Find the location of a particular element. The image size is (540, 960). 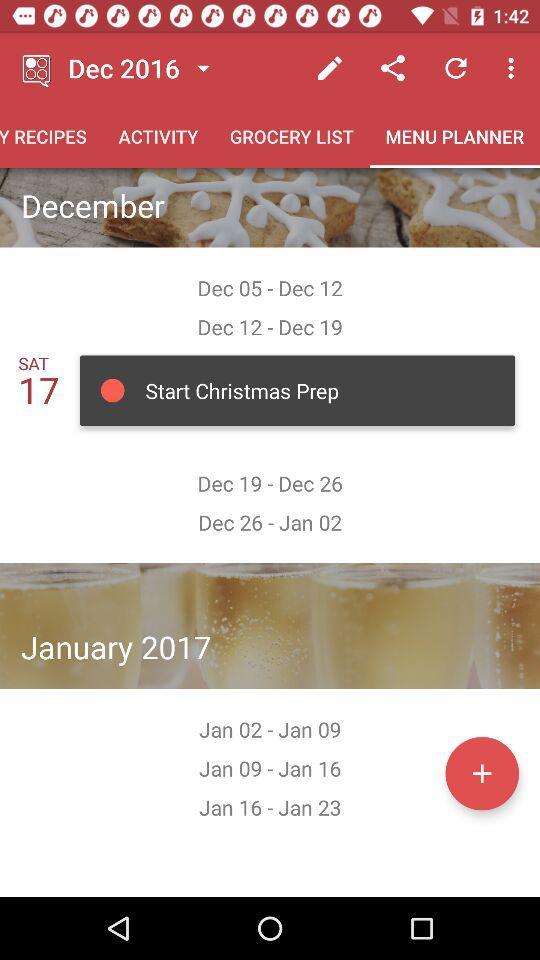

the add icon is located at coordinates (481, 772).